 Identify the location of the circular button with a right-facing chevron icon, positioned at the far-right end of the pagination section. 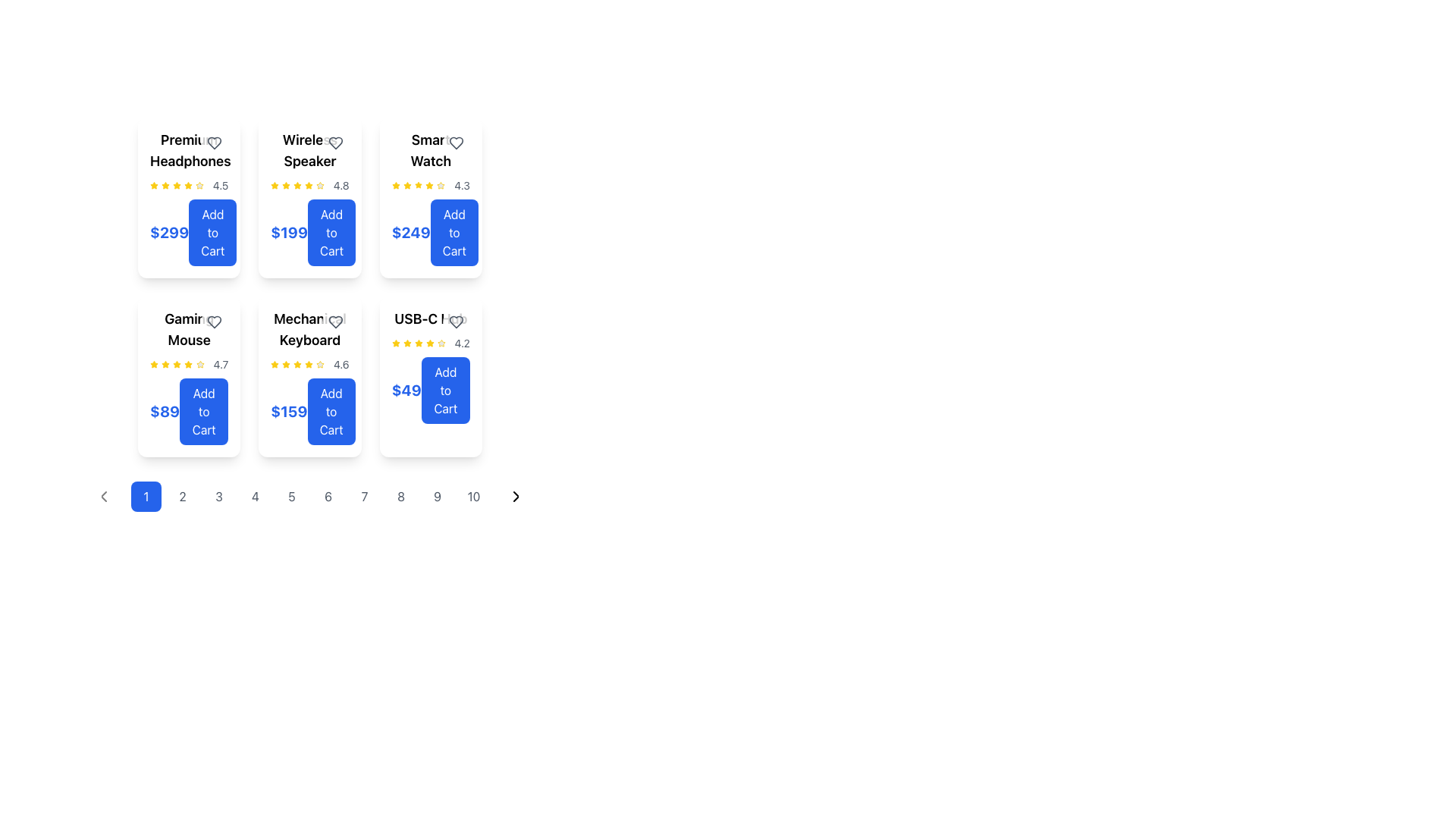
(516, 497).